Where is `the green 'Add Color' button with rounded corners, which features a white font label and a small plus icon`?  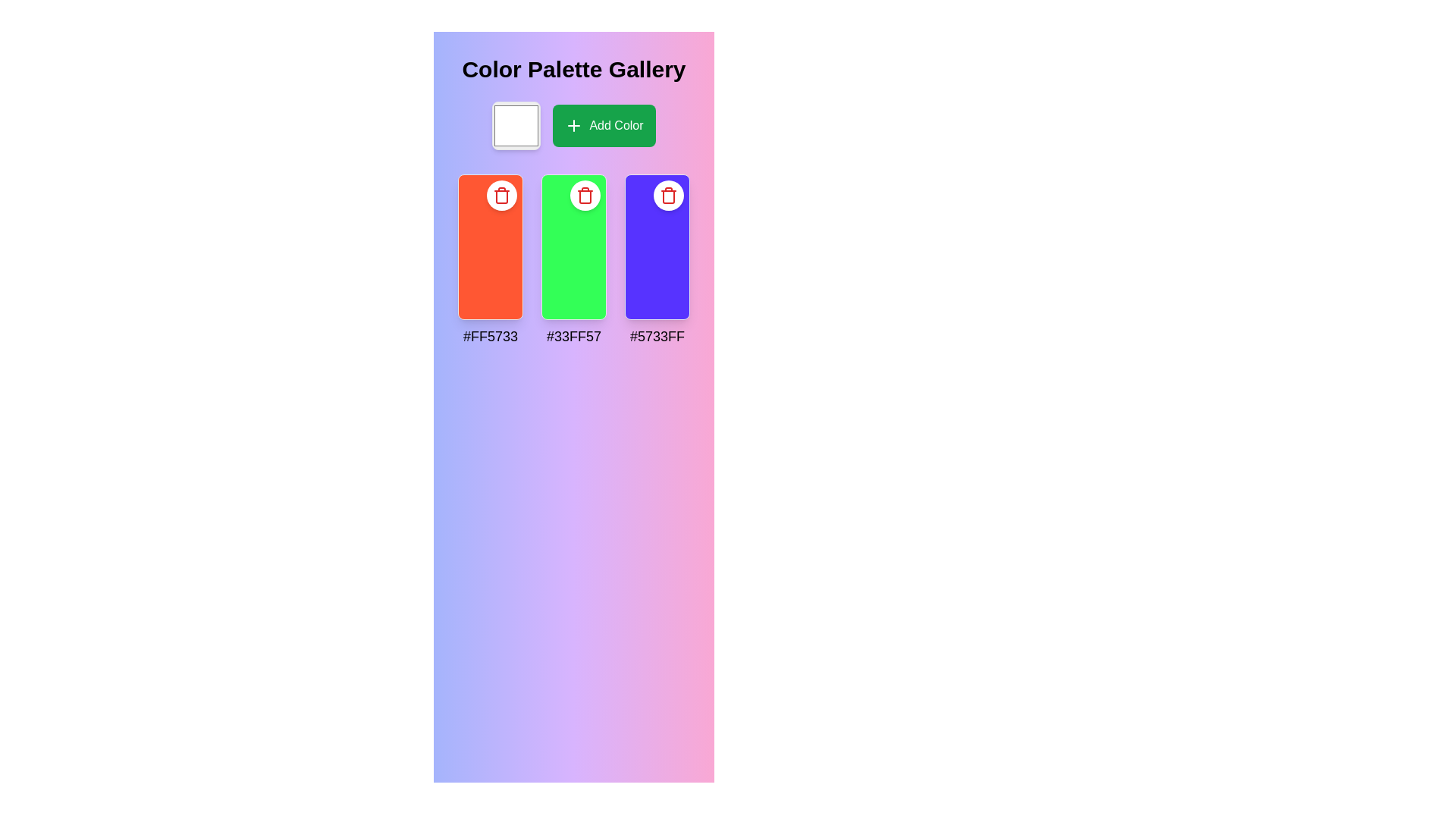 the green 'Add Color' button with rounded corners, which features a white font label and a small plus icon is located at coordinates (573, 124).